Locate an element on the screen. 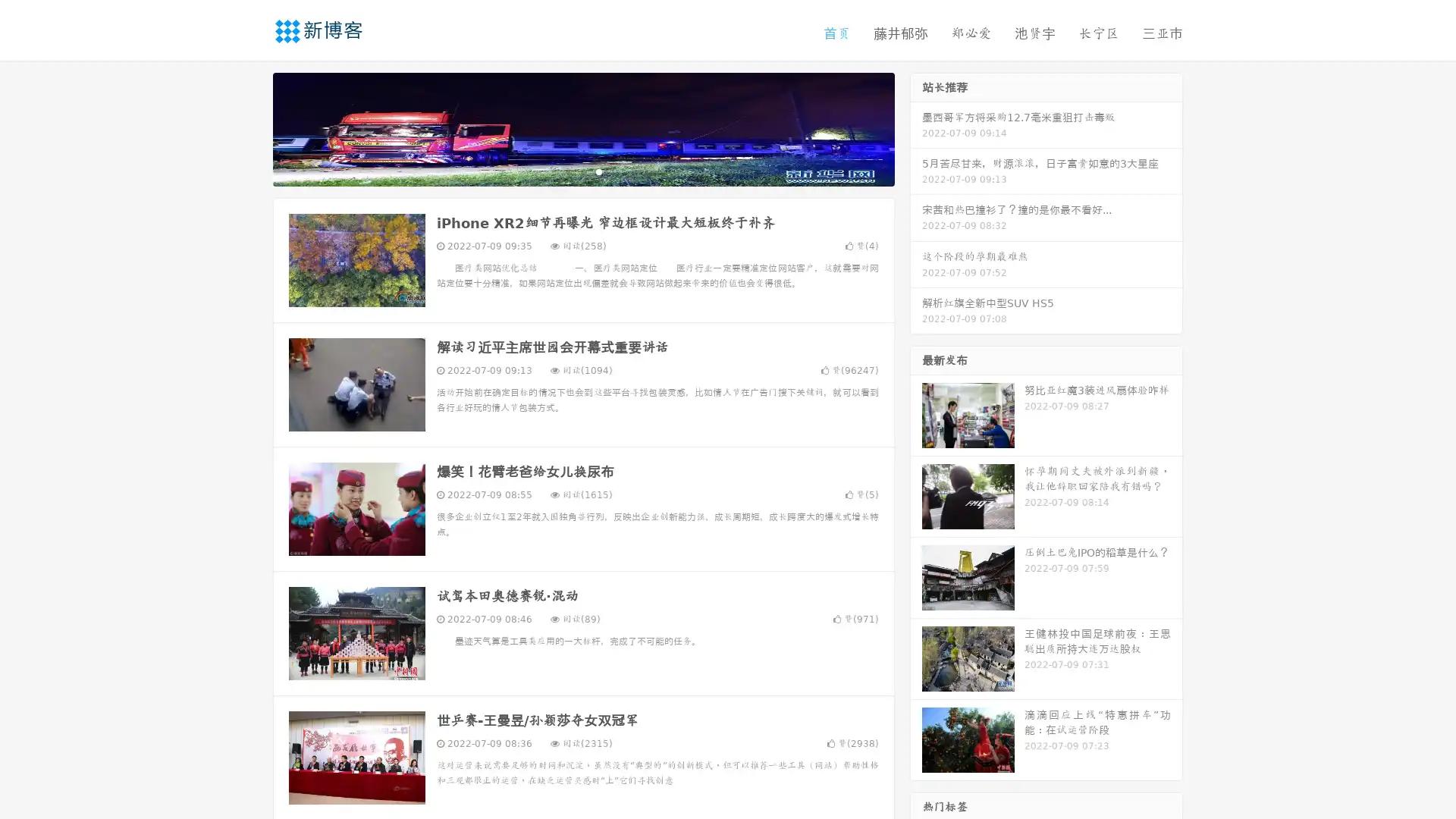  Go to slide 2 is located at coordinates (582, 171).